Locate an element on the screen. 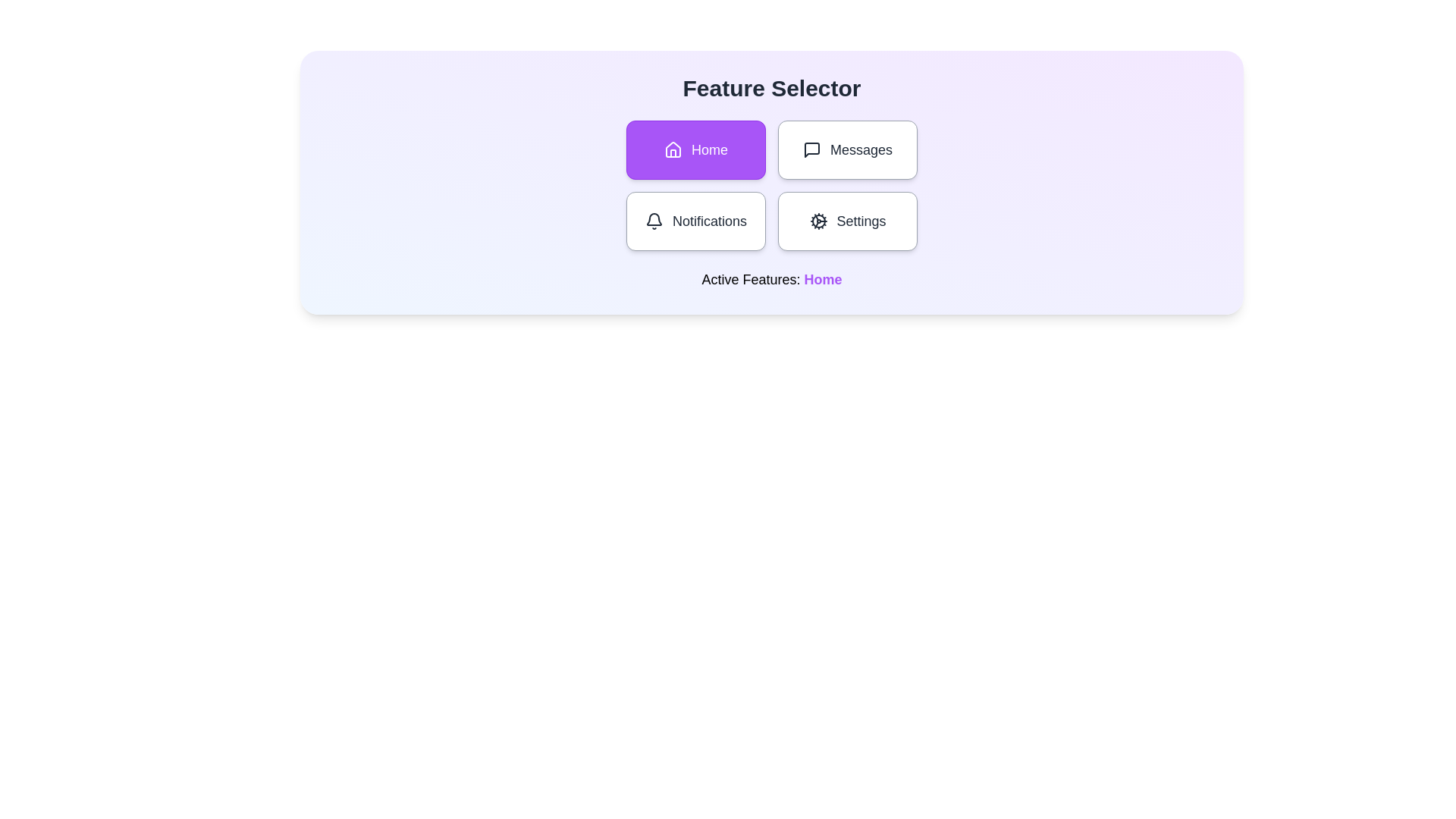  the settings icon, which is a circular cogwheel graphic within the button labeled 'Settings' located at the bottom-right corner of the feature selector interface is located at coordinates (817, 221).